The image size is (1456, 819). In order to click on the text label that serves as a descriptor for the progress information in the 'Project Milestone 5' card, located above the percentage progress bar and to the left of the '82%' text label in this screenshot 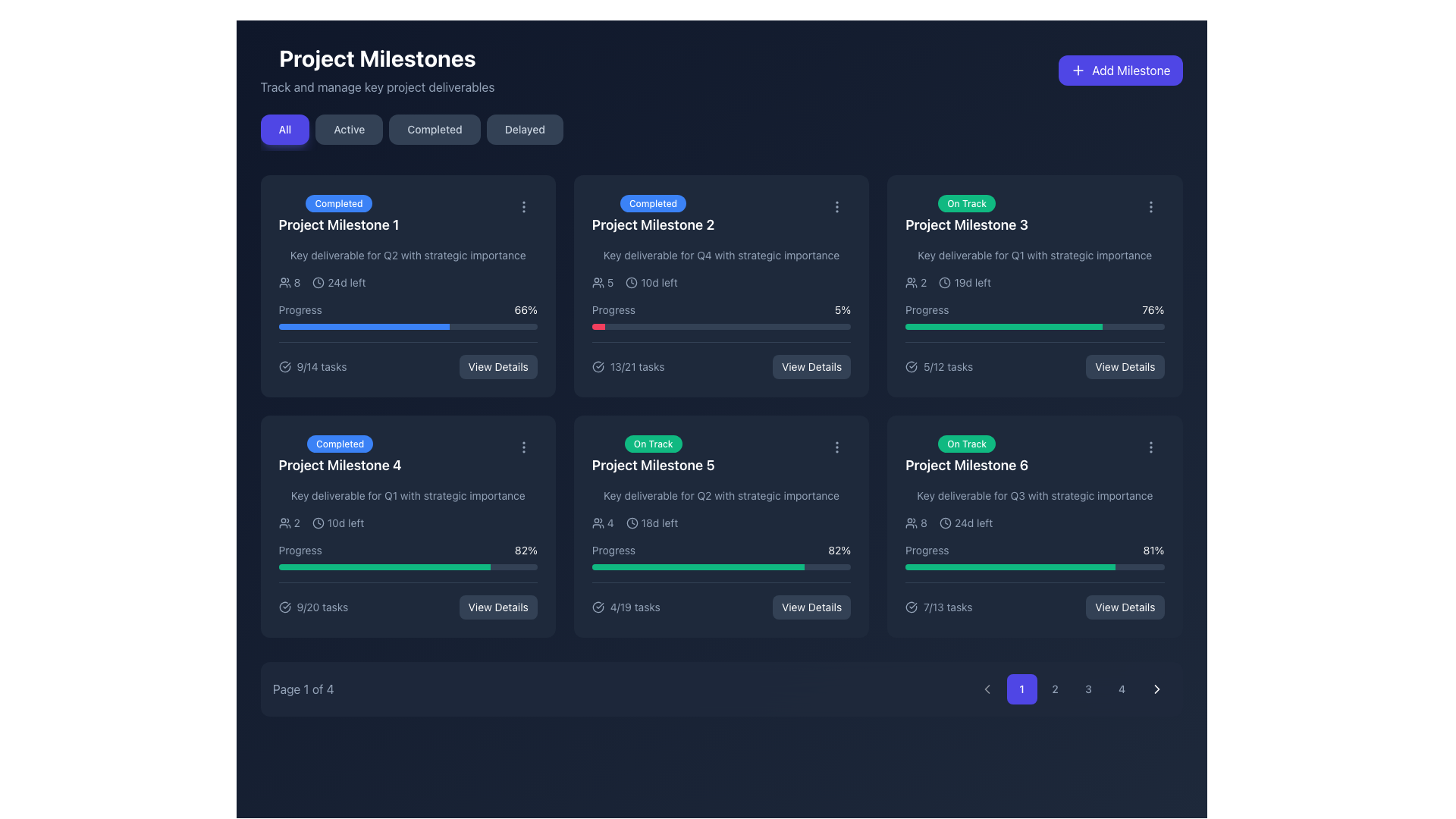, I will do `click(613, 550)`.